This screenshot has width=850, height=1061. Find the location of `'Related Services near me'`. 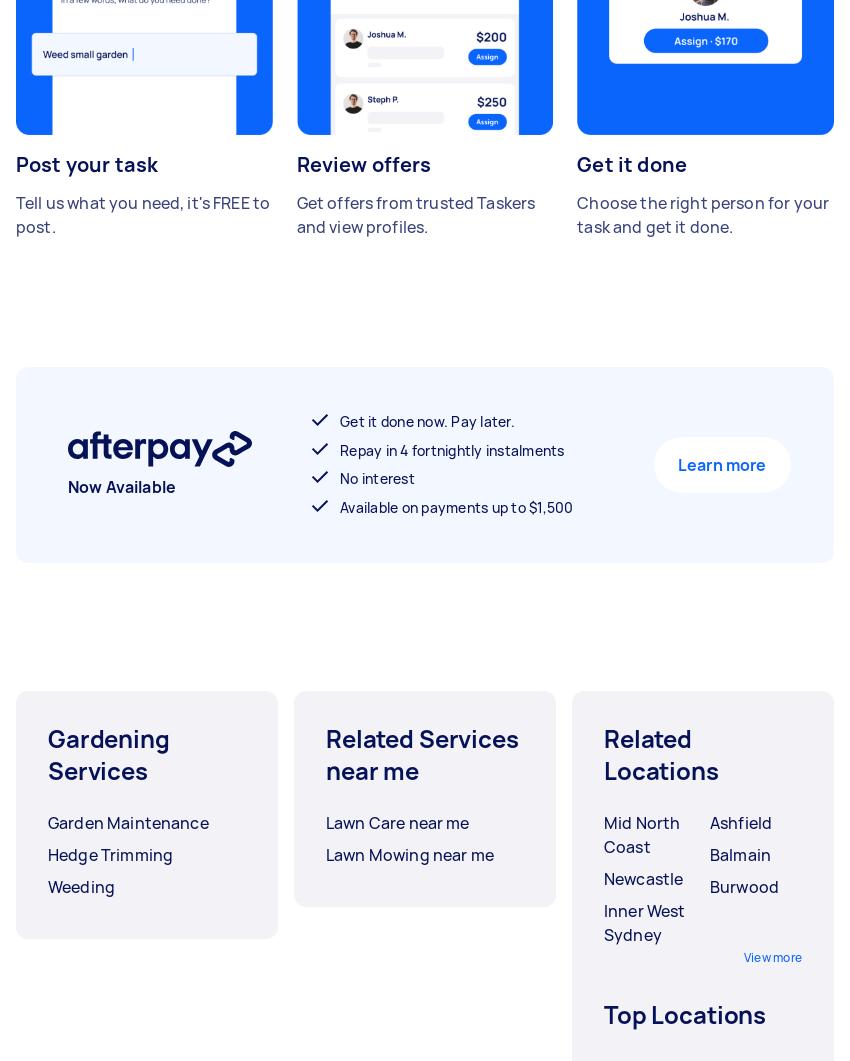

'Related Services near me' is located at coordinates (325, 754).